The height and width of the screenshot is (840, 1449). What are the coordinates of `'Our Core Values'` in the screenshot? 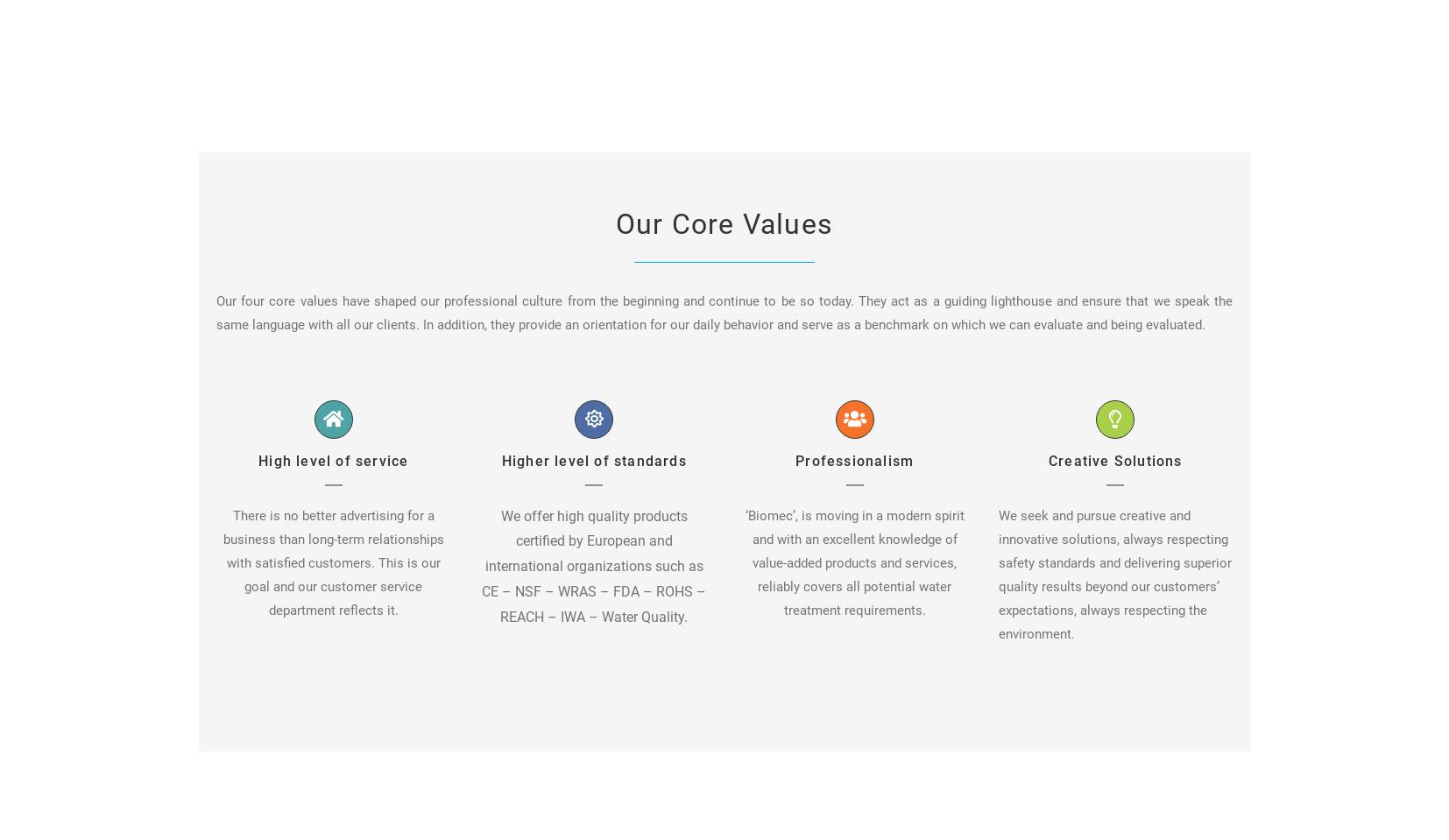 It's located at (724, 222).